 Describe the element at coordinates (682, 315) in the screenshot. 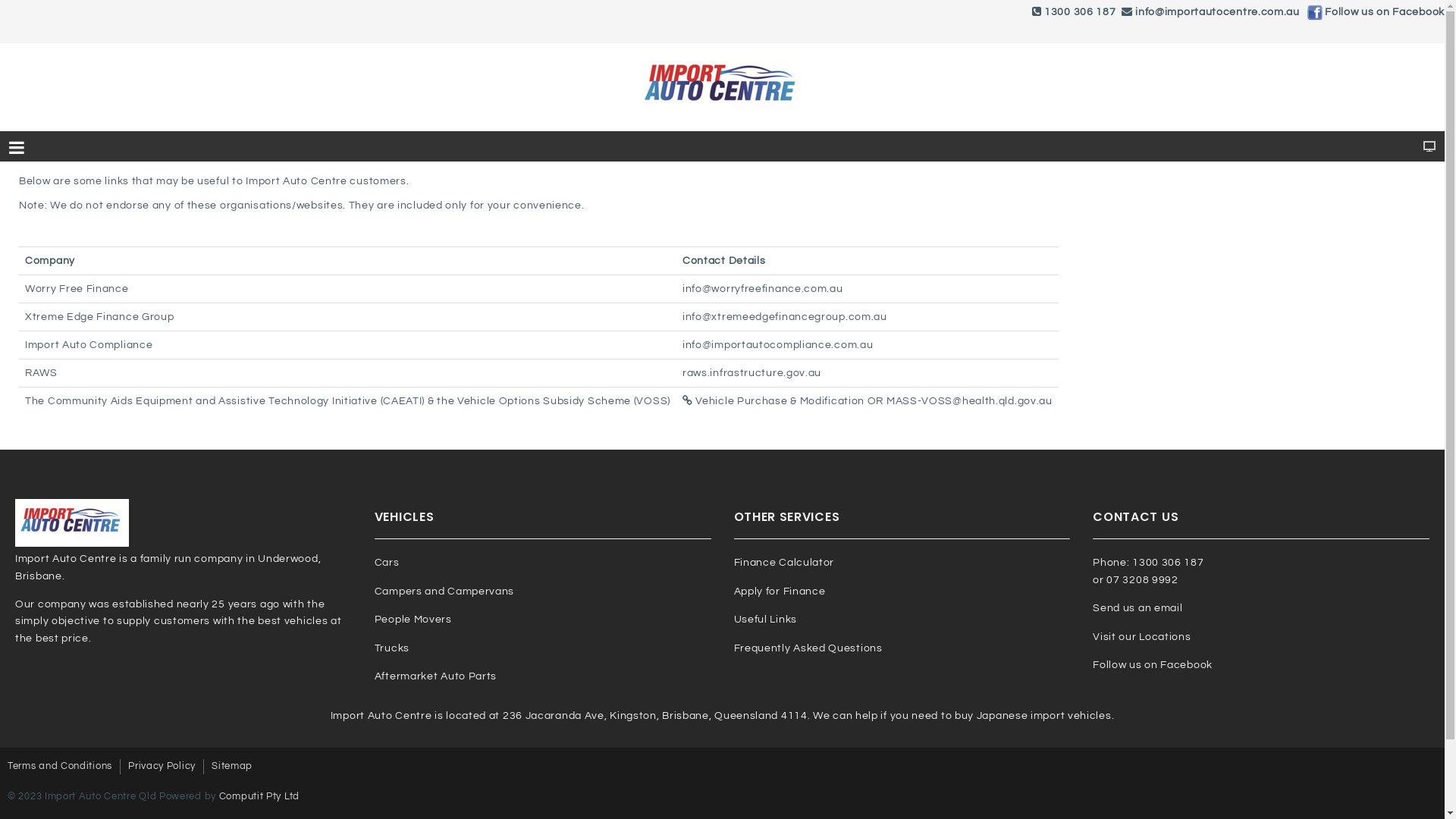

I see `'info@xtremeedgefinancegroup.com.au'` at that location.